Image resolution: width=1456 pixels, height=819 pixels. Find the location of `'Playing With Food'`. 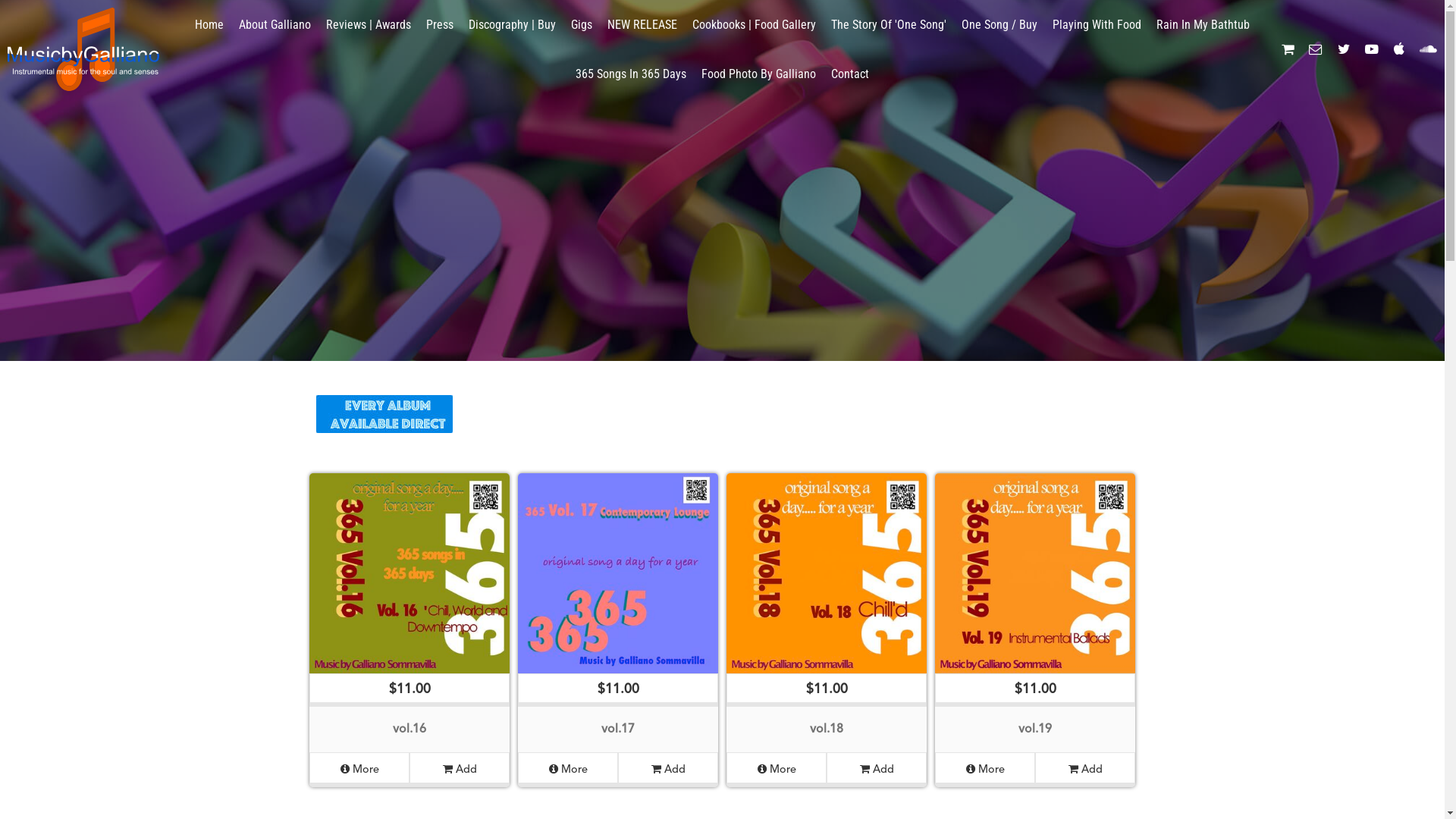

'Playing With Food' is located at coordinates (1097, 24).